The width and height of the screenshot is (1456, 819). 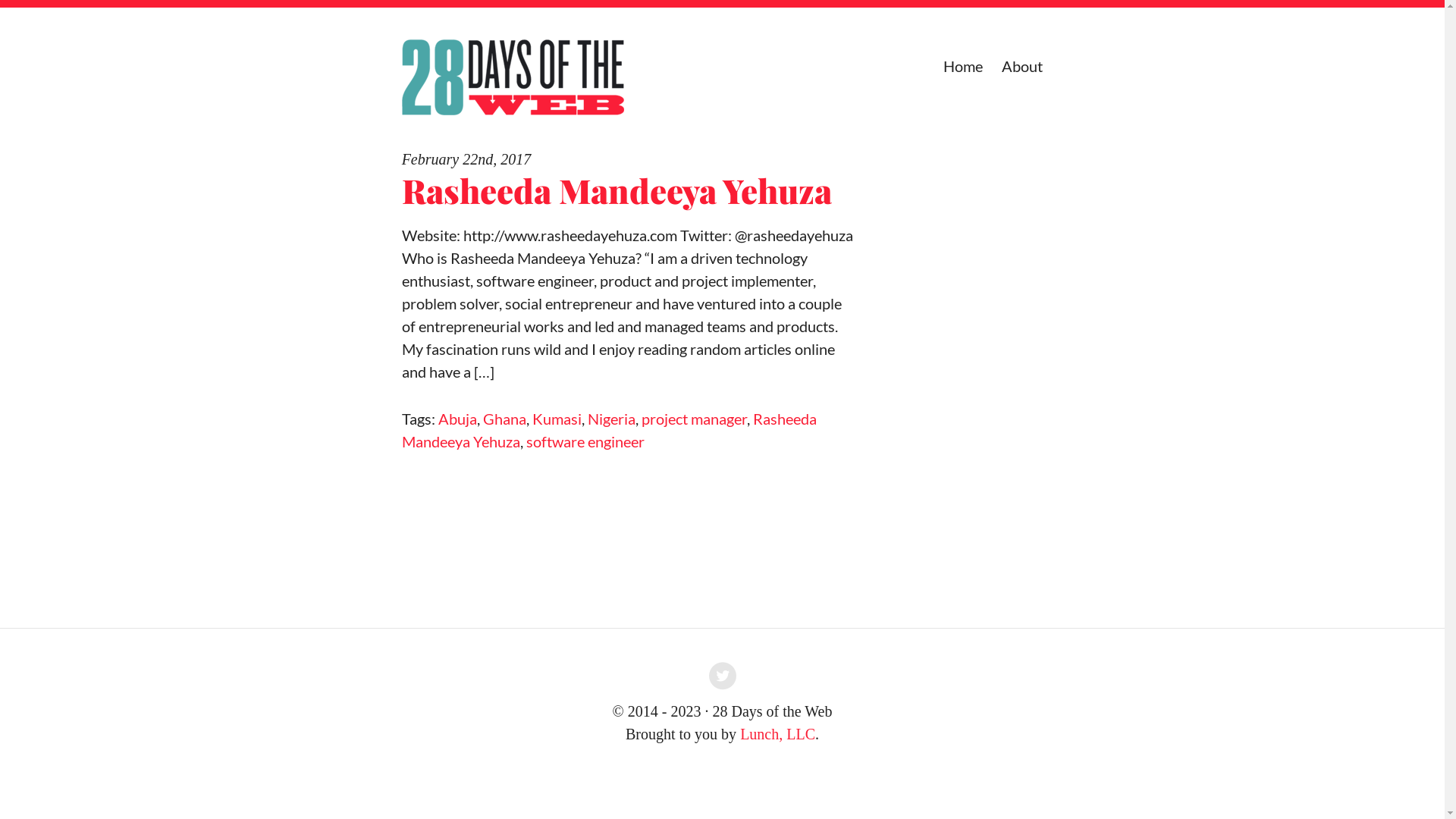 What do you see at coordinates (504, 418) in the screenshot?
I see `'Ghana'` at bounding box center [504, 418].